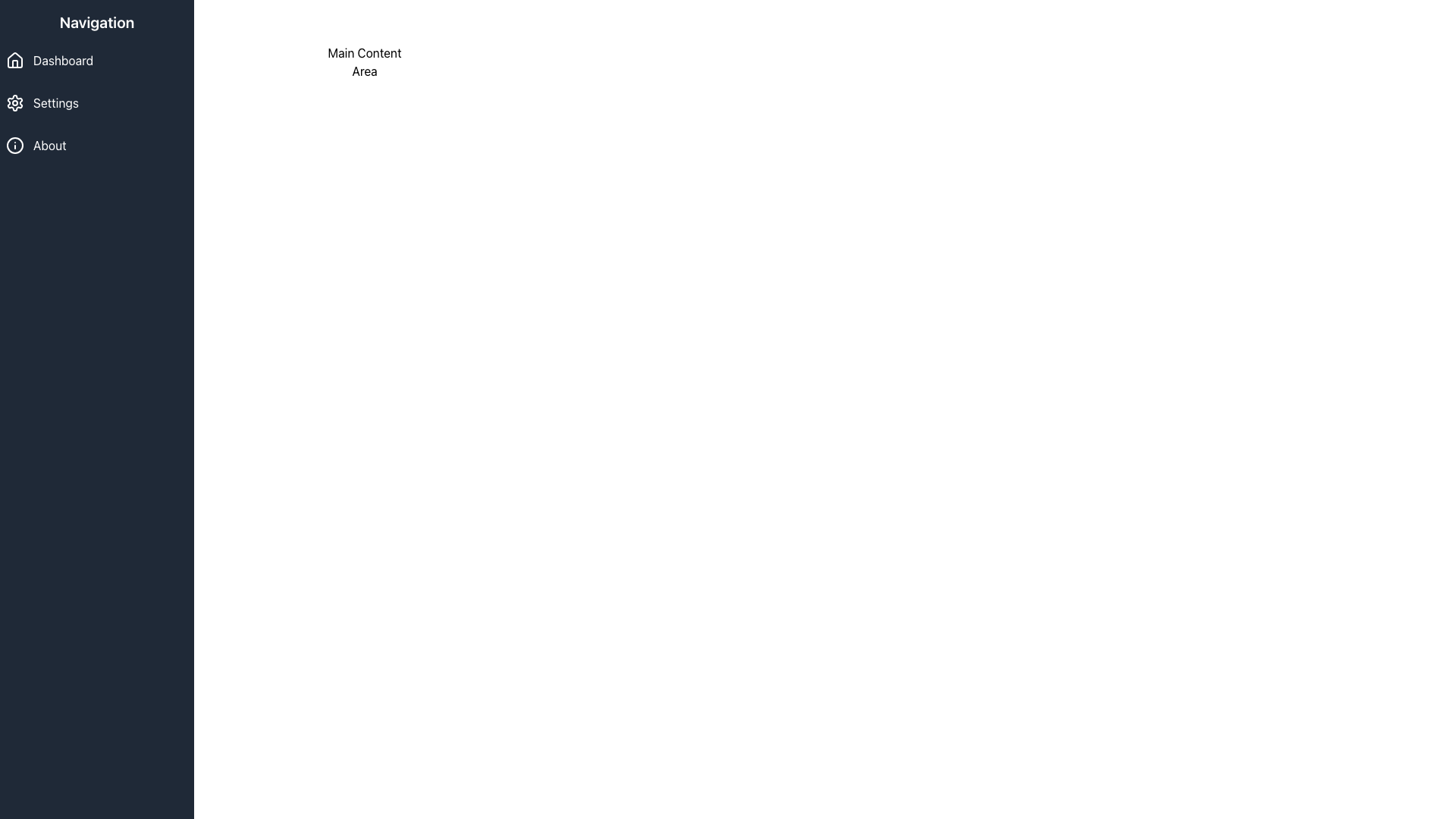  Describe the element at coordinates (62, 60) in the screenshot. I see `the 'Dashboard' text label in the side navigation bar` at that location.